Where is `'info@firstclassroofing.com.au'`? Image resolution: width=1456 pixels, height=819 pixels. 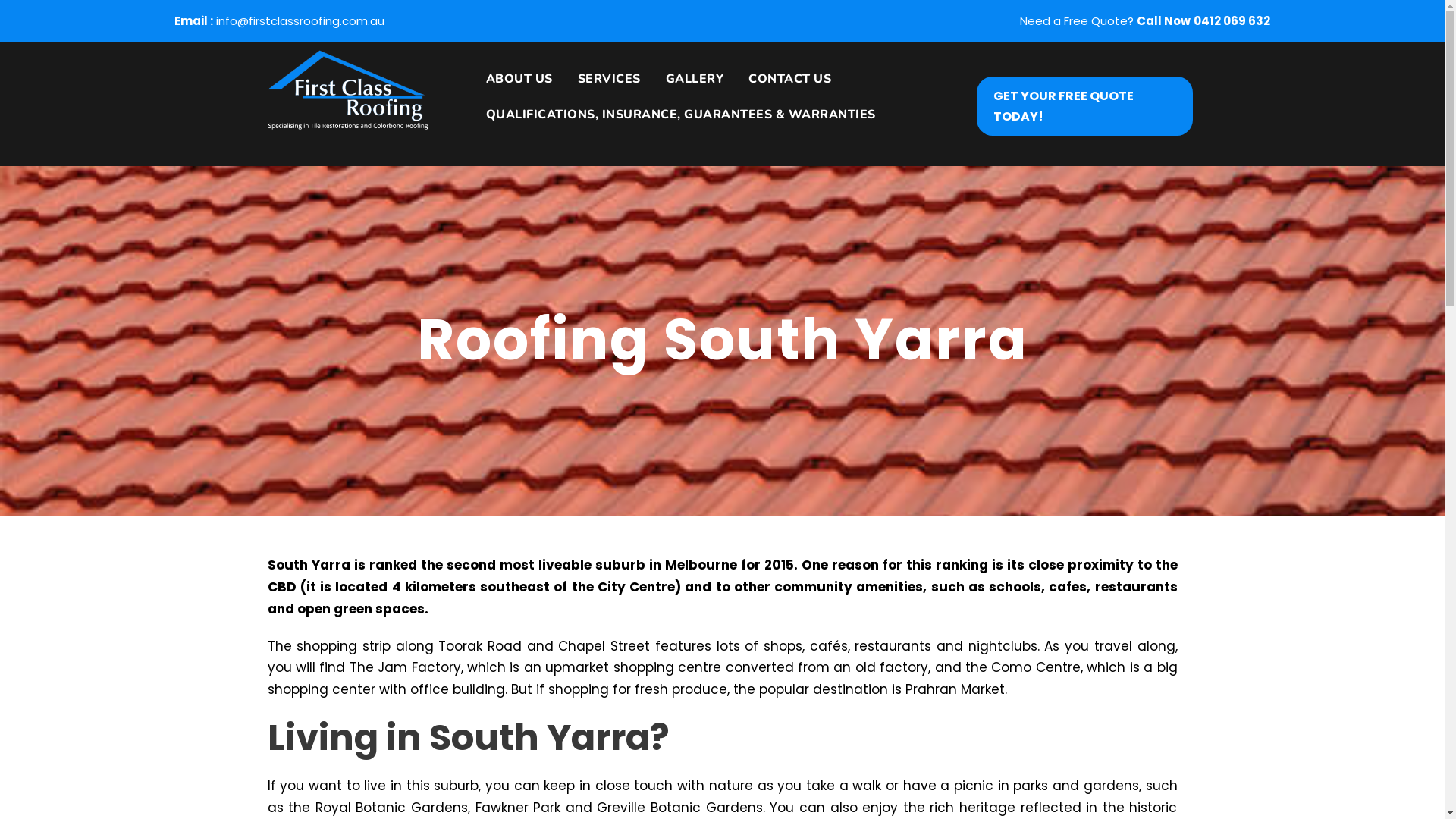 'info@firstclassroofing.com.au' is located at coordinates (300, 20).